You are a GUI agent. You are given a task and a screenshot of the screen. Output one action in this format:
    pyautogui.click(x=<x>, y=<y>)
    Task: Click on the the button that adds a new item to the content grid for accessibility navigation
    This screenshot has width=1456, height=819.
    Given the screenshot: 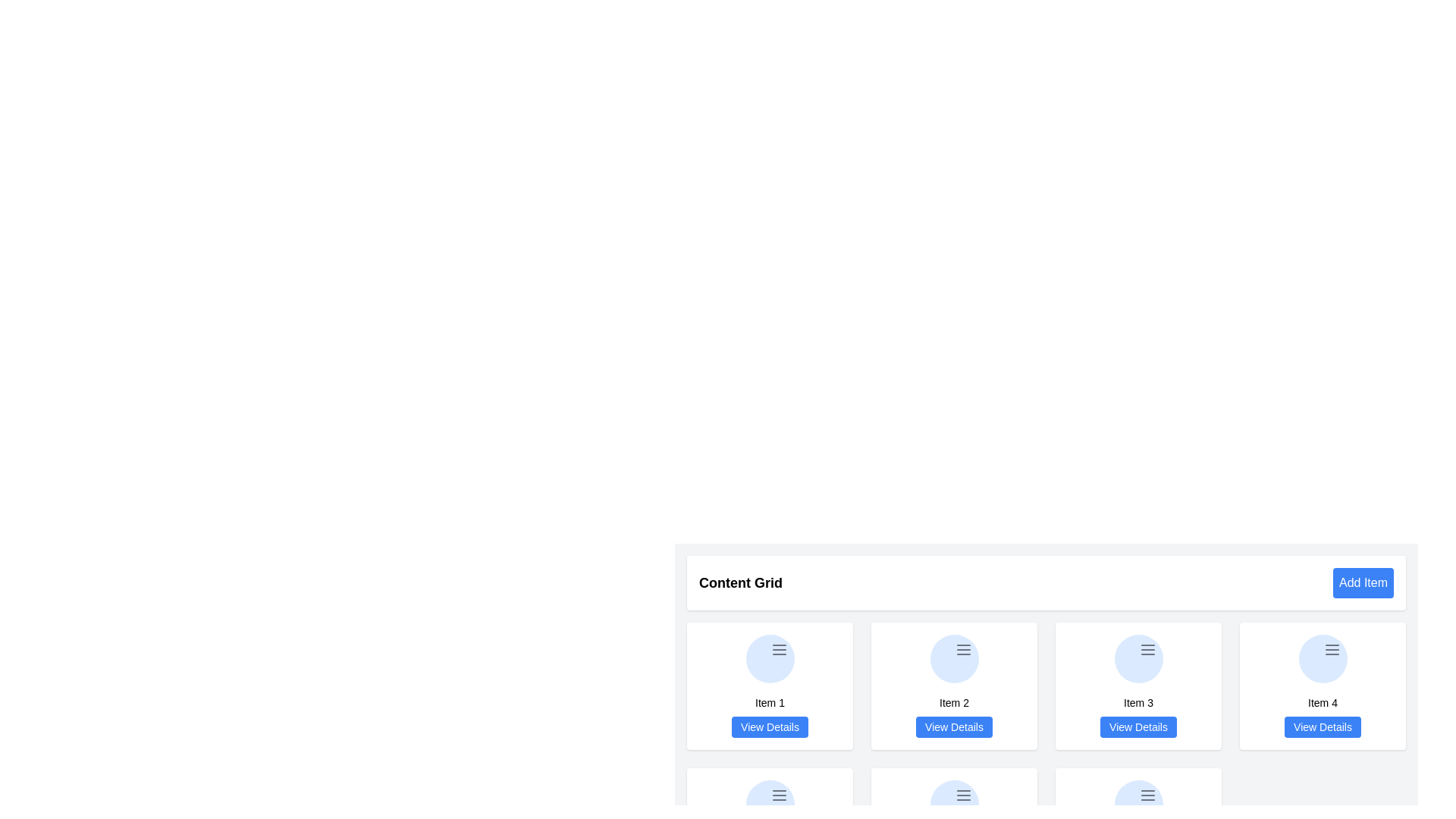 What is the action you would take?
    pyautogui.click(x=1363, y=582)
    